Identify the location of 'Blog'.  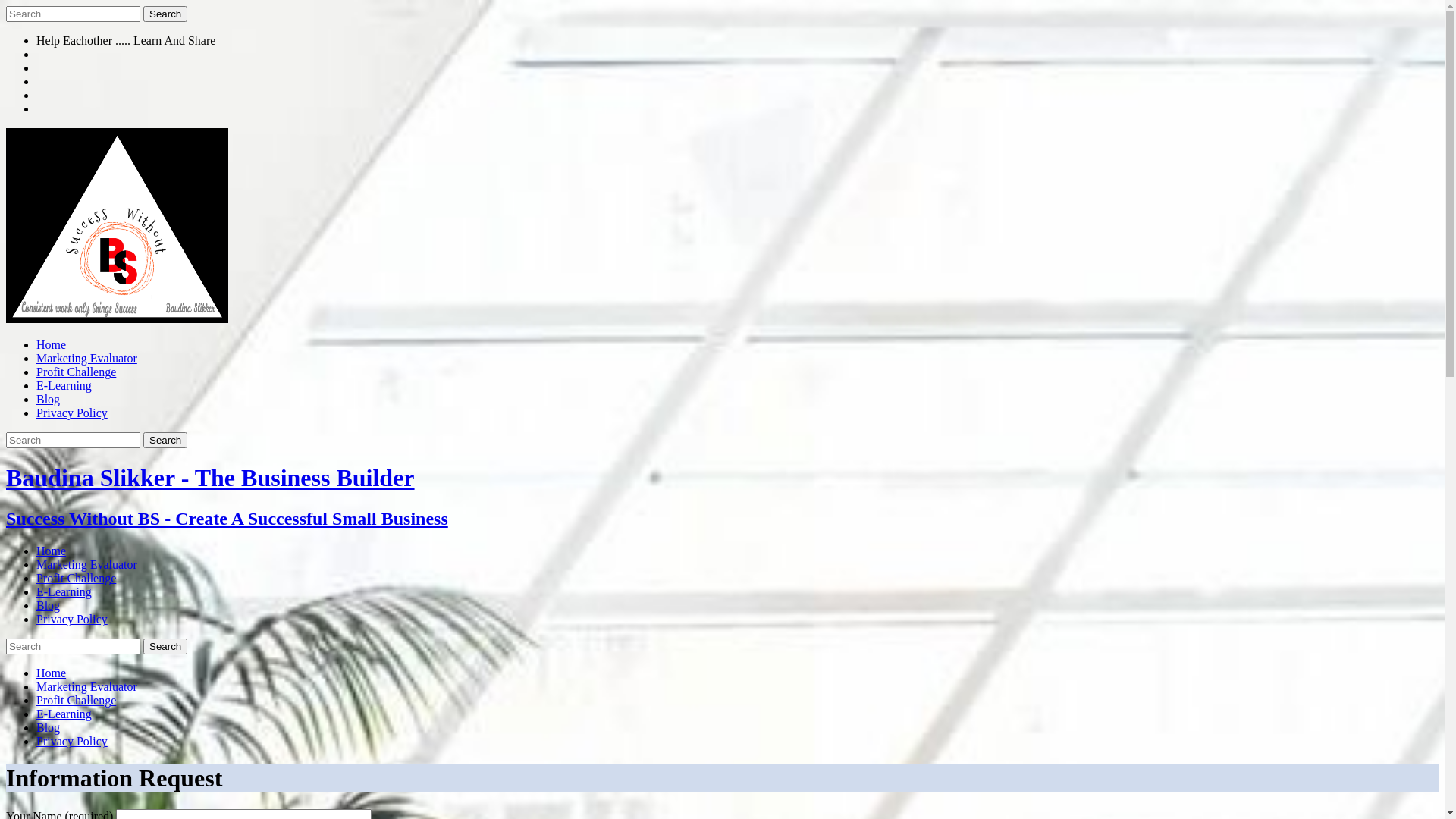
(48, 726).